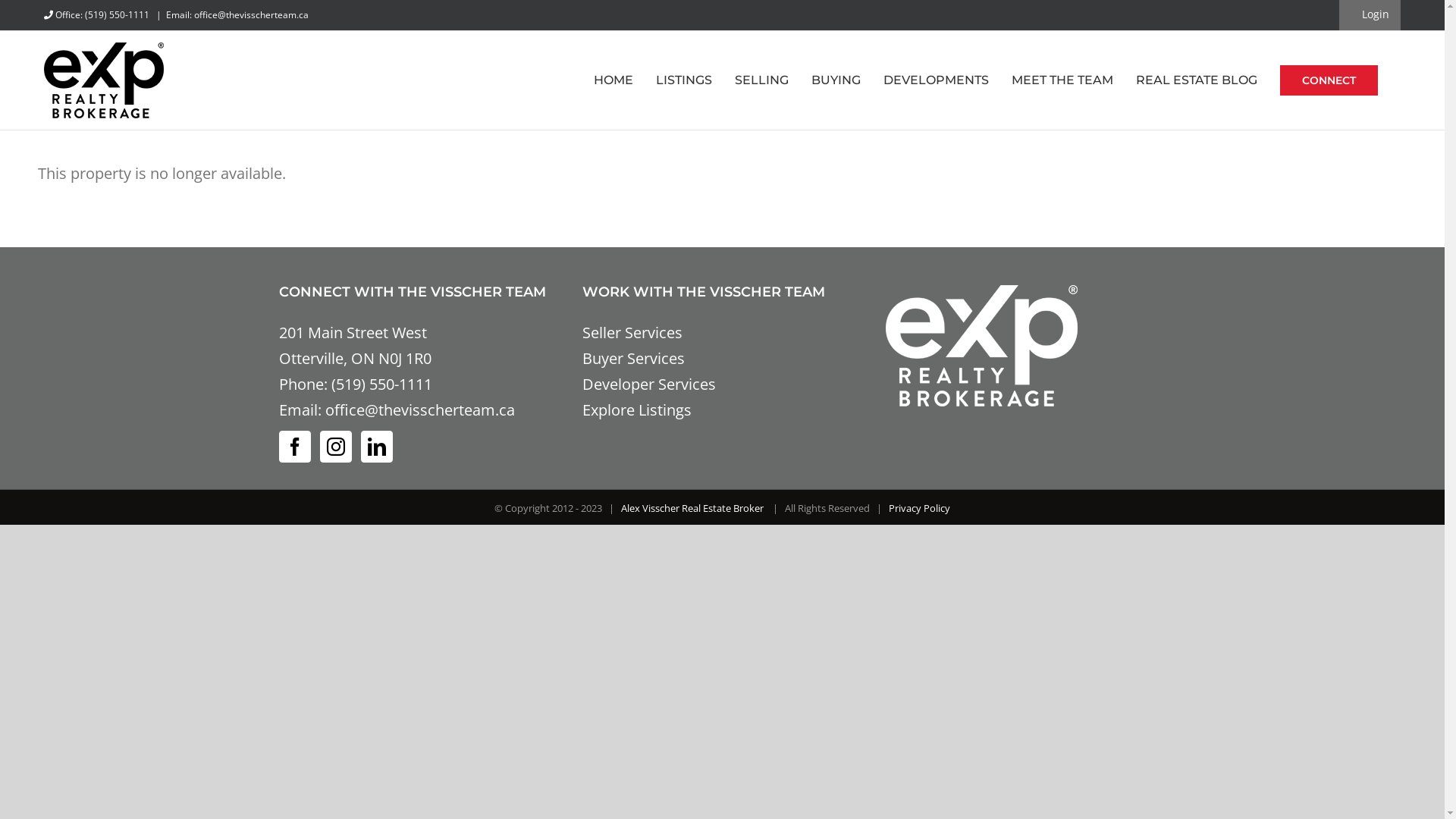  What do you see at coordinates (683, 80) in the screenshot?
I see `'LISTINGS'` at bounding box center [683, 80].